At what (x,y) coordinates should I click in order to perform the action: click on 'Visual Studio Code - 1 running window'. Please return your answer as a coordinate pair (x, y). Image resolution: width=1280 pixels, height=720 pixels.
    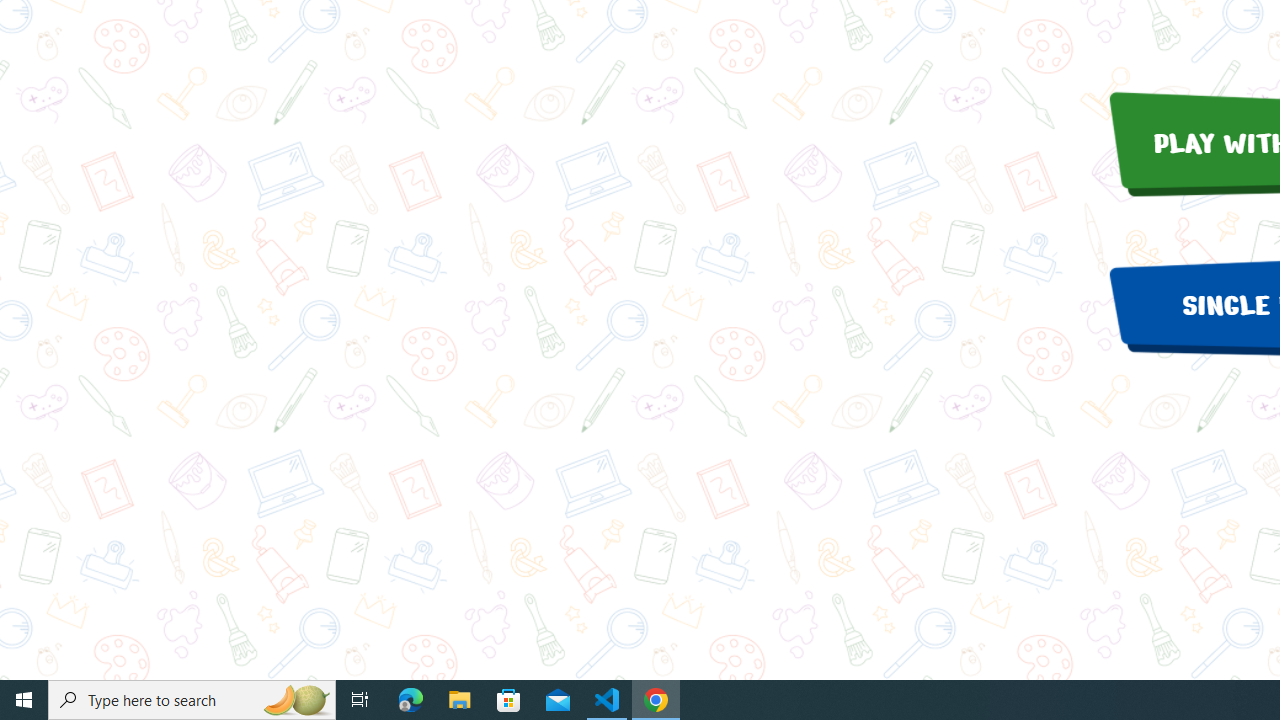
    Looking at the image, I should click on (606, 698).